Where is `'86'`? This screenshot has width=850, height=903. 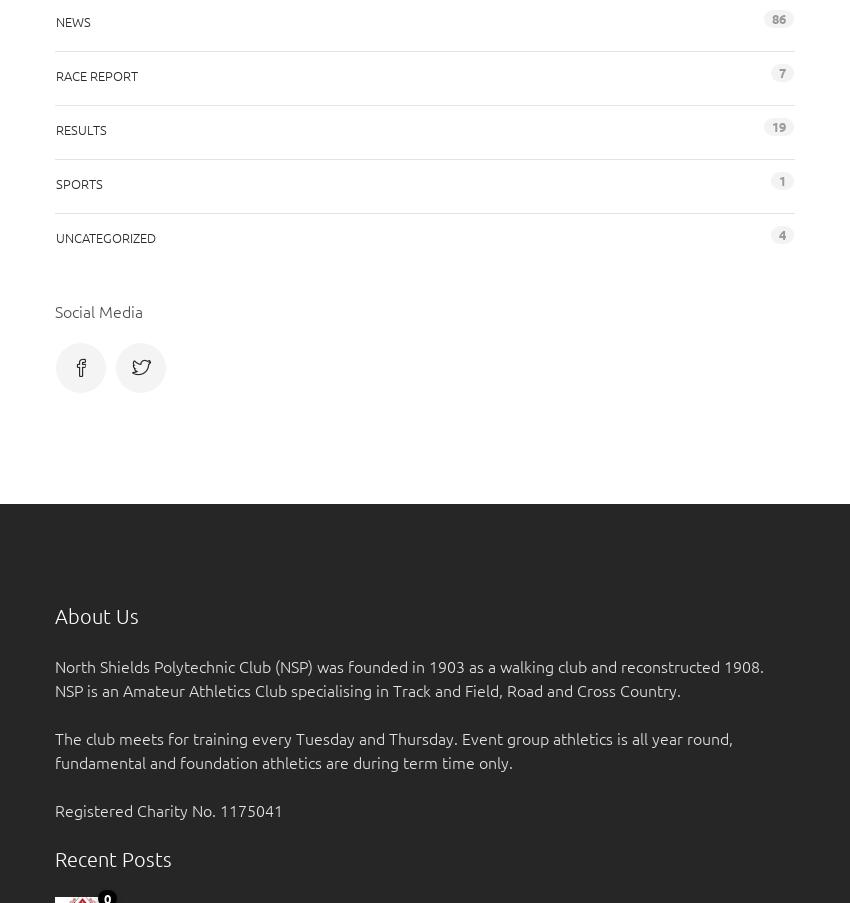 '86' is located at coordinates (778, 16).